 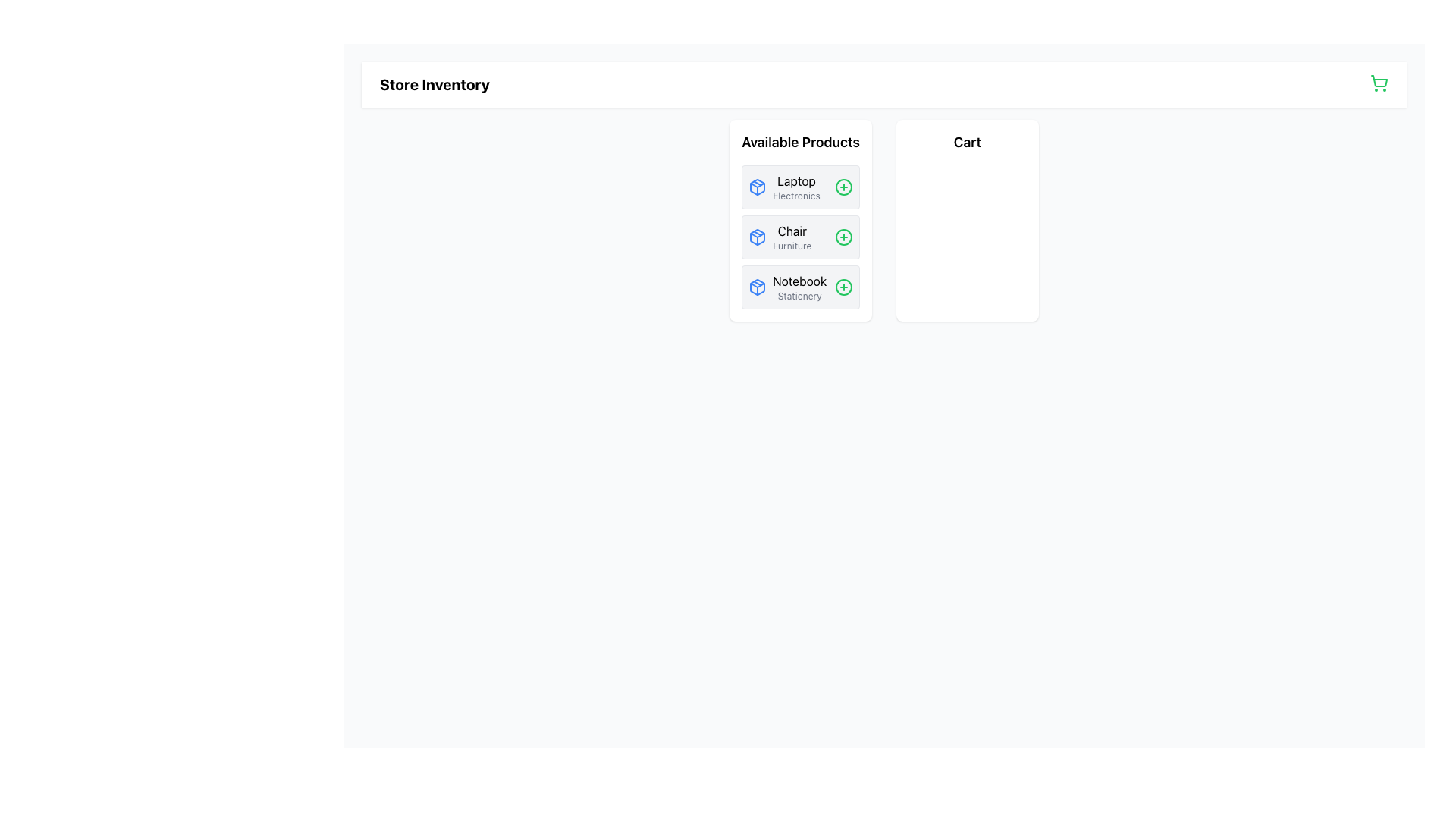 I want to click on the circular green outlined button with a plus sign, located to the far right of the 'Chair/Furniture' item row in the 'Available Products' section, so click(x=843, y=237).